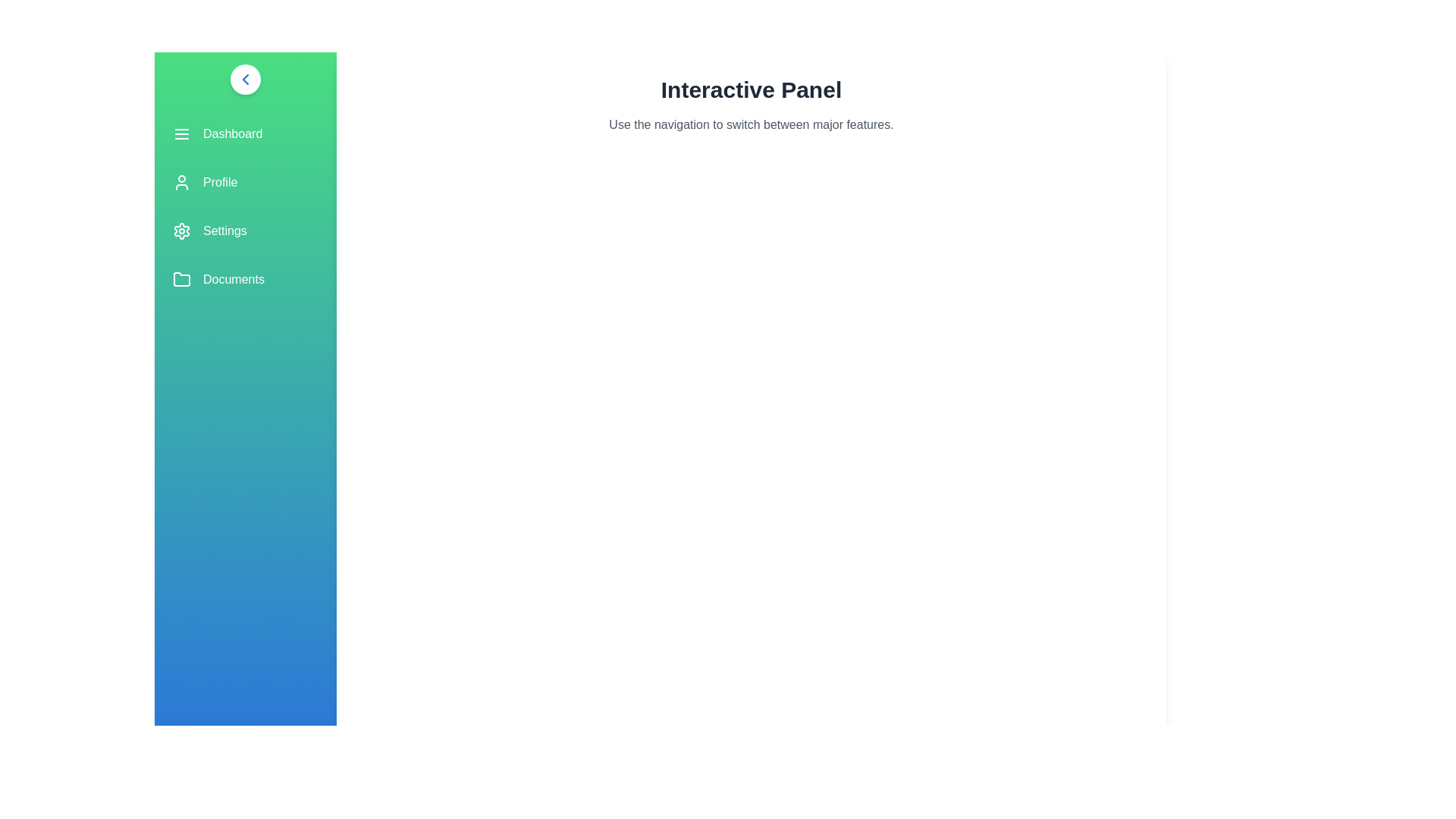 This screenshot has width=1456, height=819. What do you see at coordinates (246, 133) in the screenshot?
I see `the 'Dashboard' menu item in the navigation panel` at bounding box center [246, 133].